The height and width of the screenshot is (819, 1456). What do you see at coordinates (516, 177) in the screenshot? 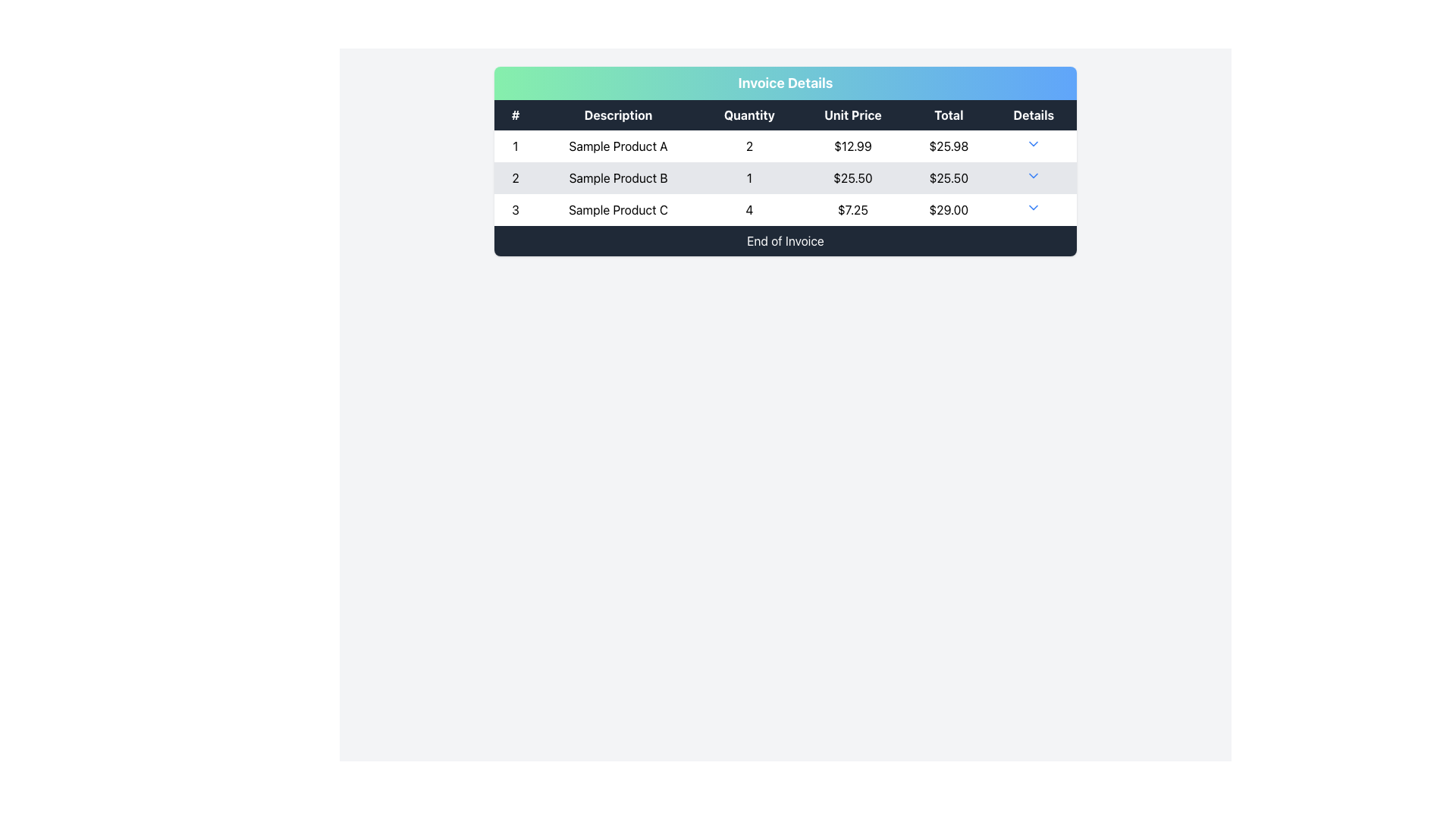
I see `the Text label that represents the row number for the table item in the second row under the '#' column, aligned with 'Sample Product B'` at bounding box center [516, 177].